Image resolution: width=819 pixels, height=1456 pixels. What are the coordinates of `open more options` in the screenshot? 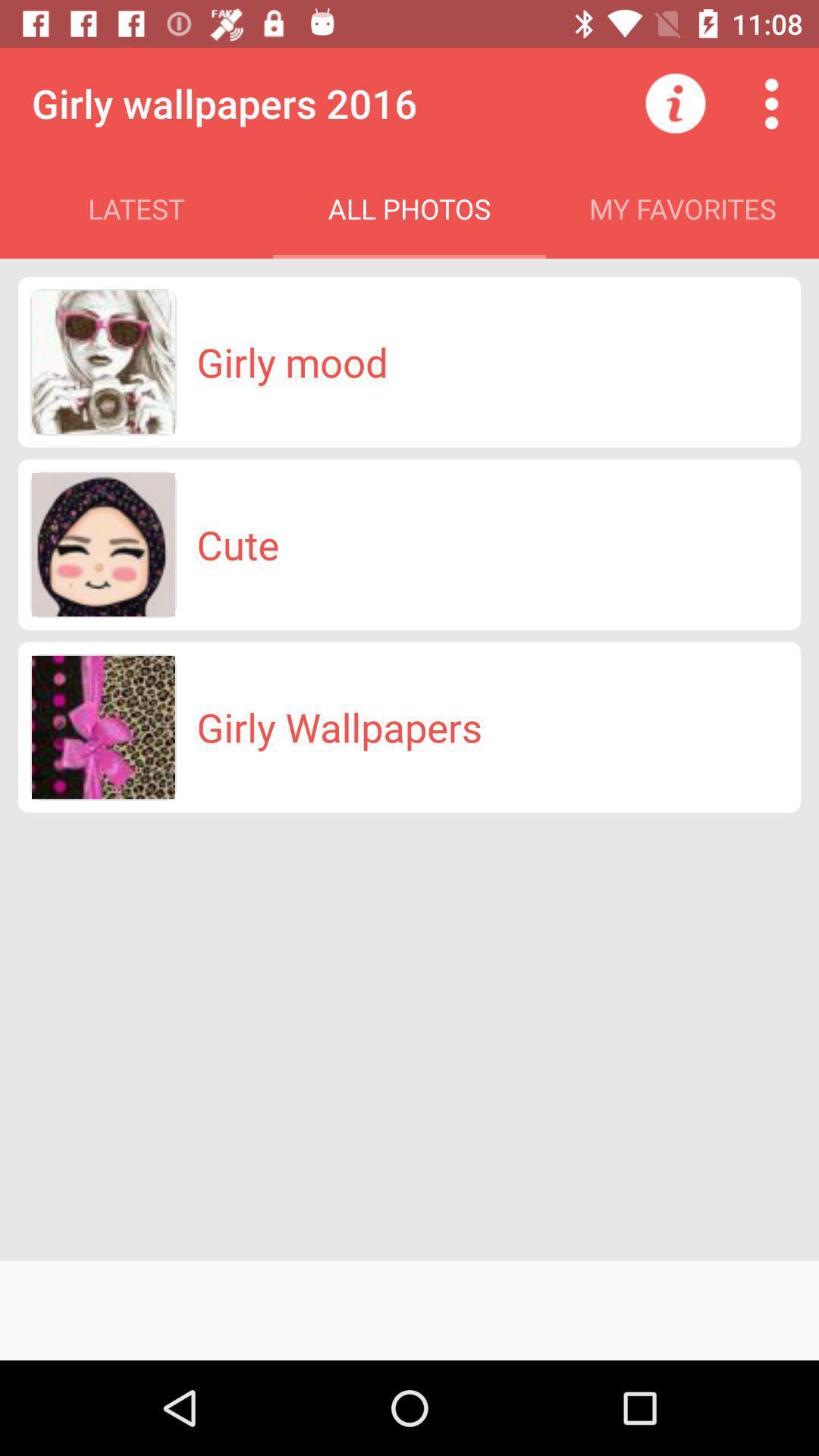 It's located at (771, 102).